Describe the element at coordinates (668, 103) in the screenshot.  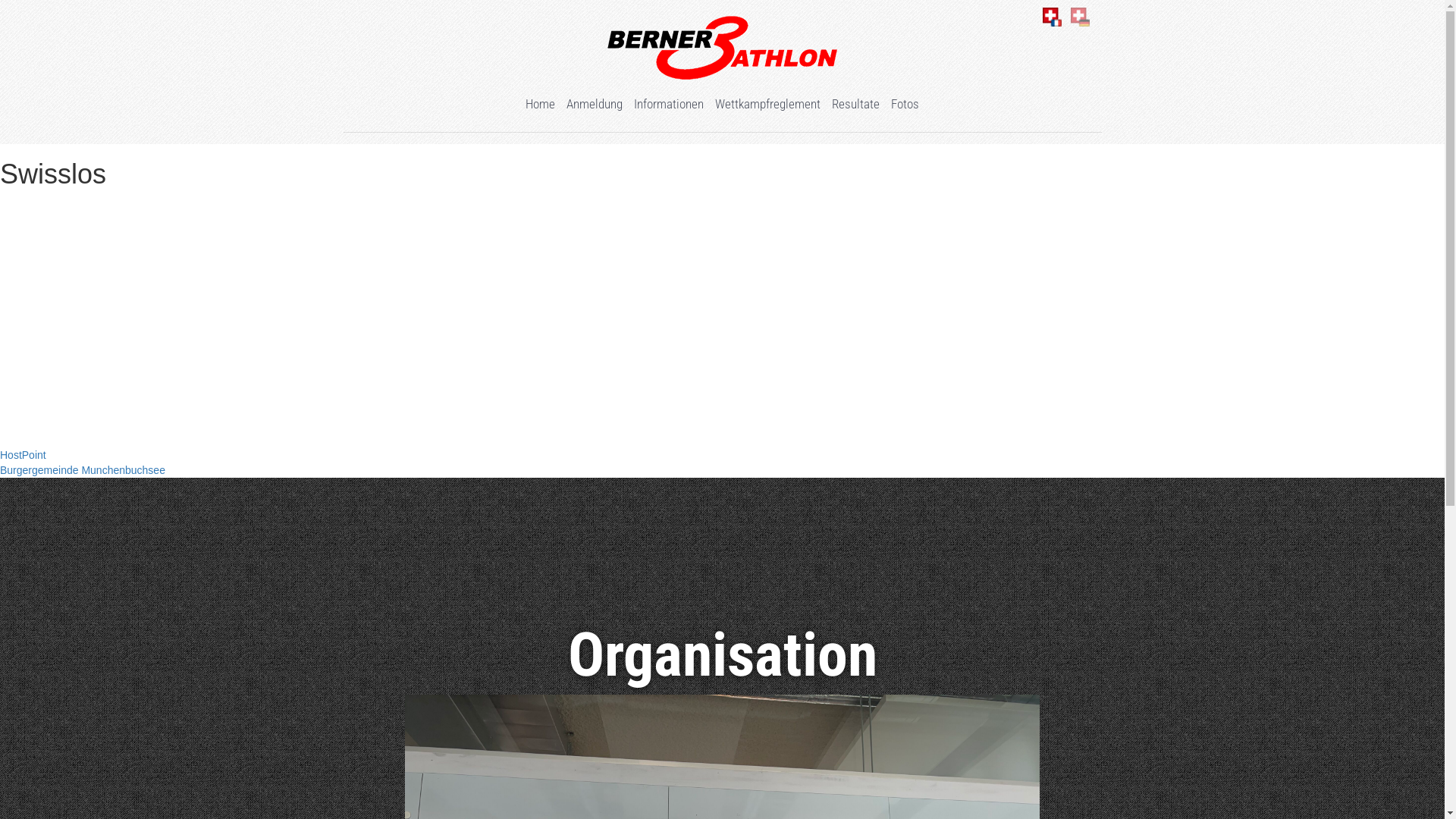
I see `'Informationen'` at that location.